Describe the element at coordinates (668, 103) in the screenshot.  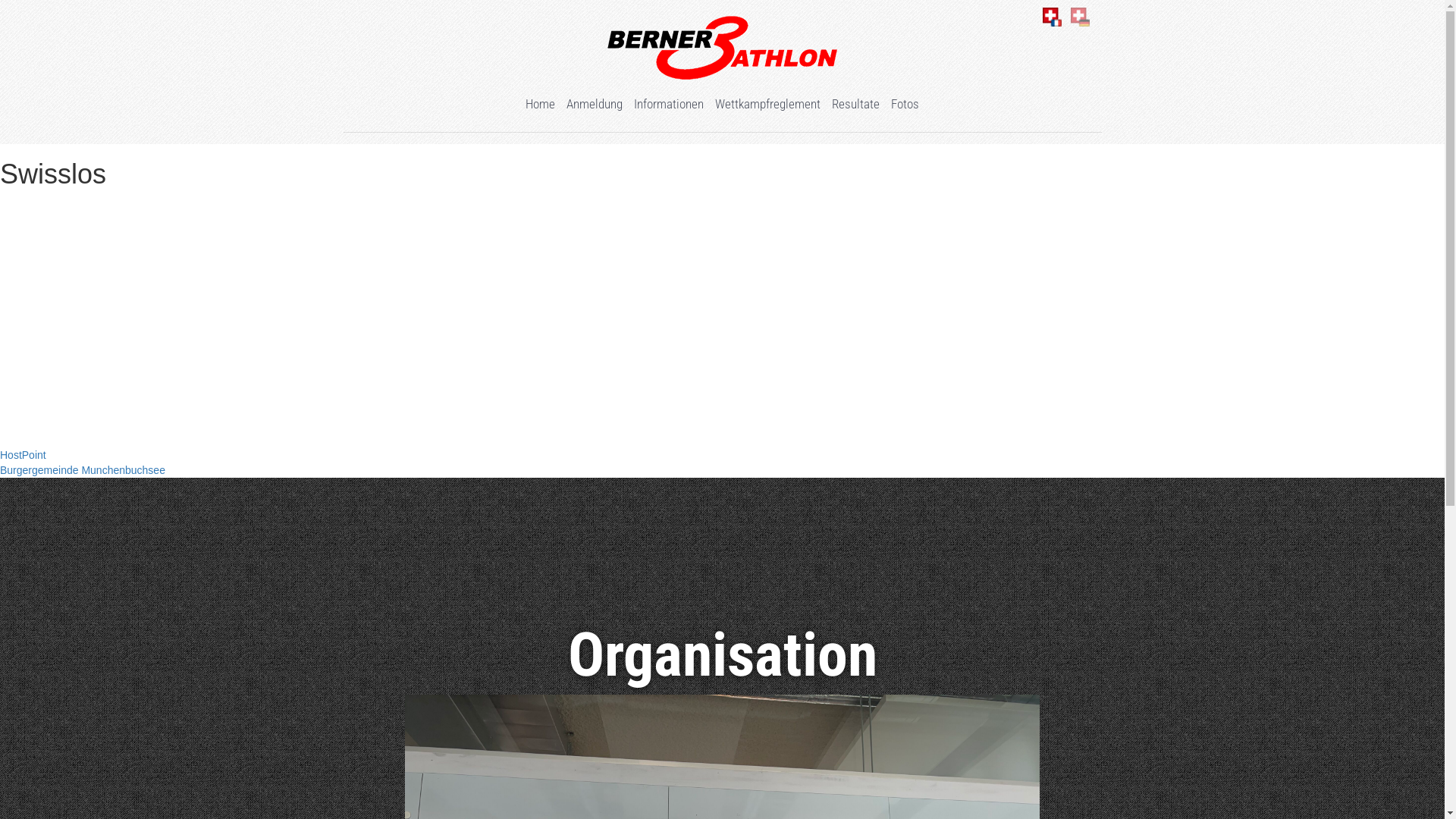
I see `'Informationen'` at that location.